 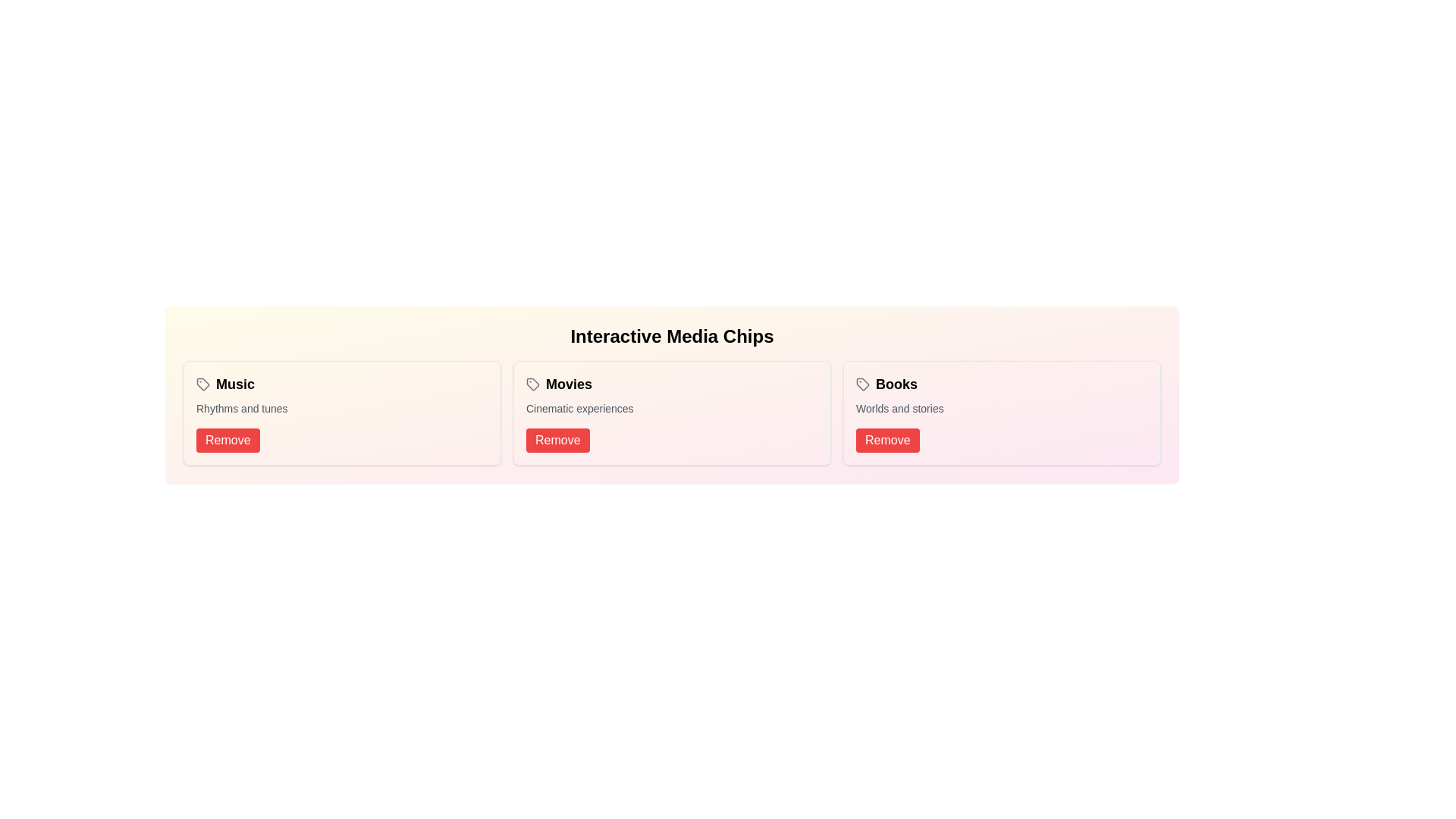 I want to click on remove button for the chip labeled Movies, so click(x=557, y=441).